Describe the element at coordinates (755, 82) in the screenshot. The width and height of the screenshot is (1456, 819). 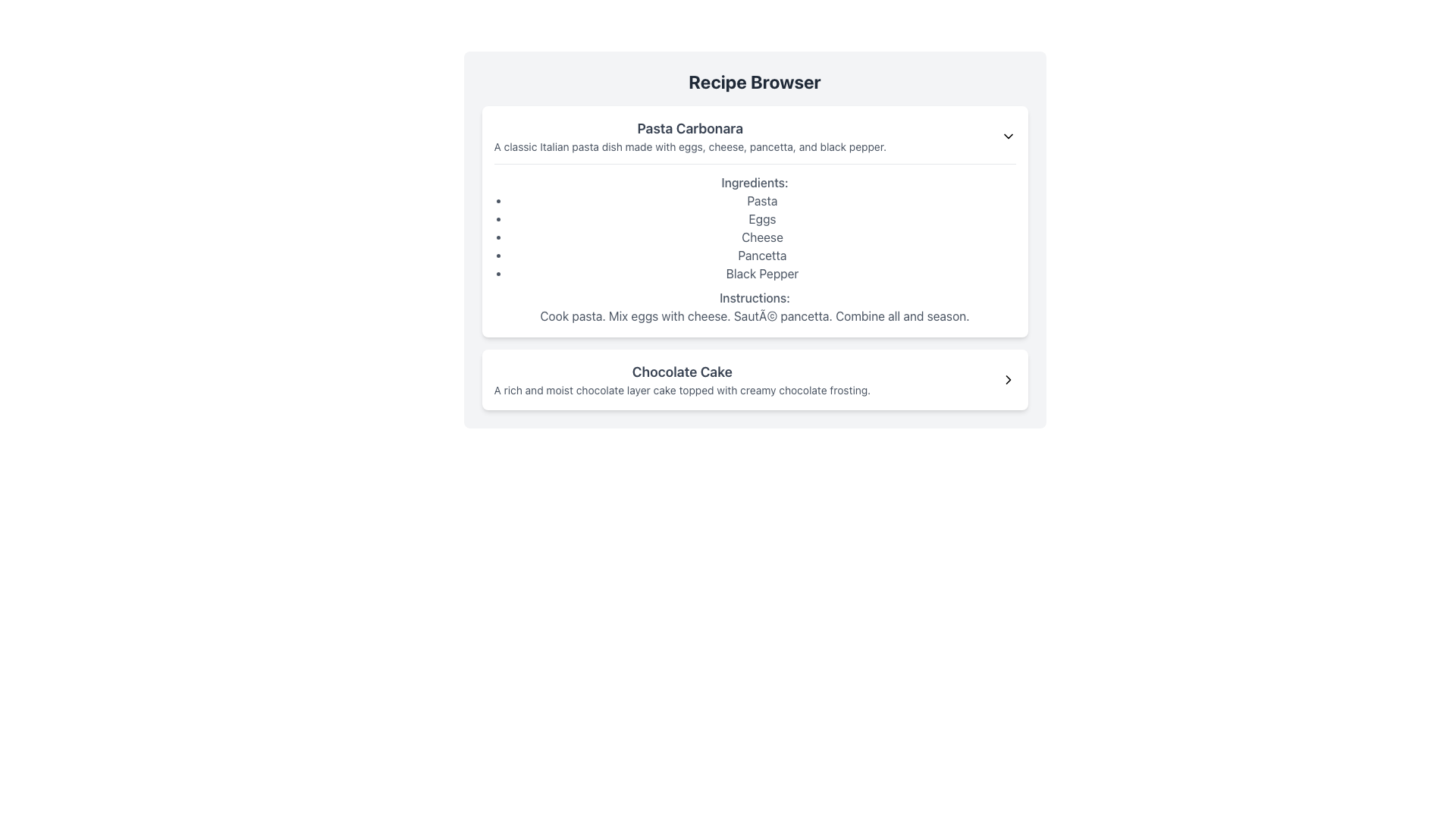
I see `text content of the centered heading displaying 'Recipe Browser' in bold and large dark gray font` at that location.